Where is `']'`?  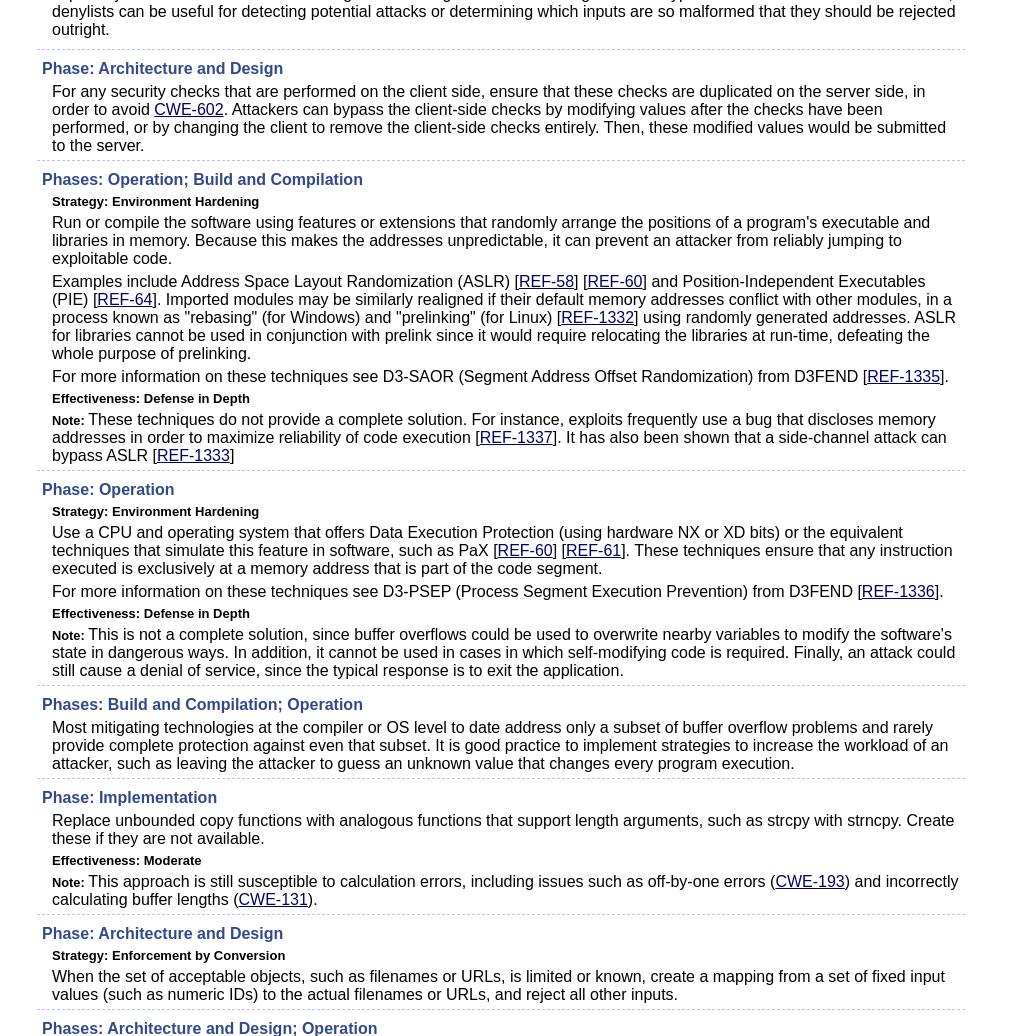 ']' is located at coordinates (231, 455).